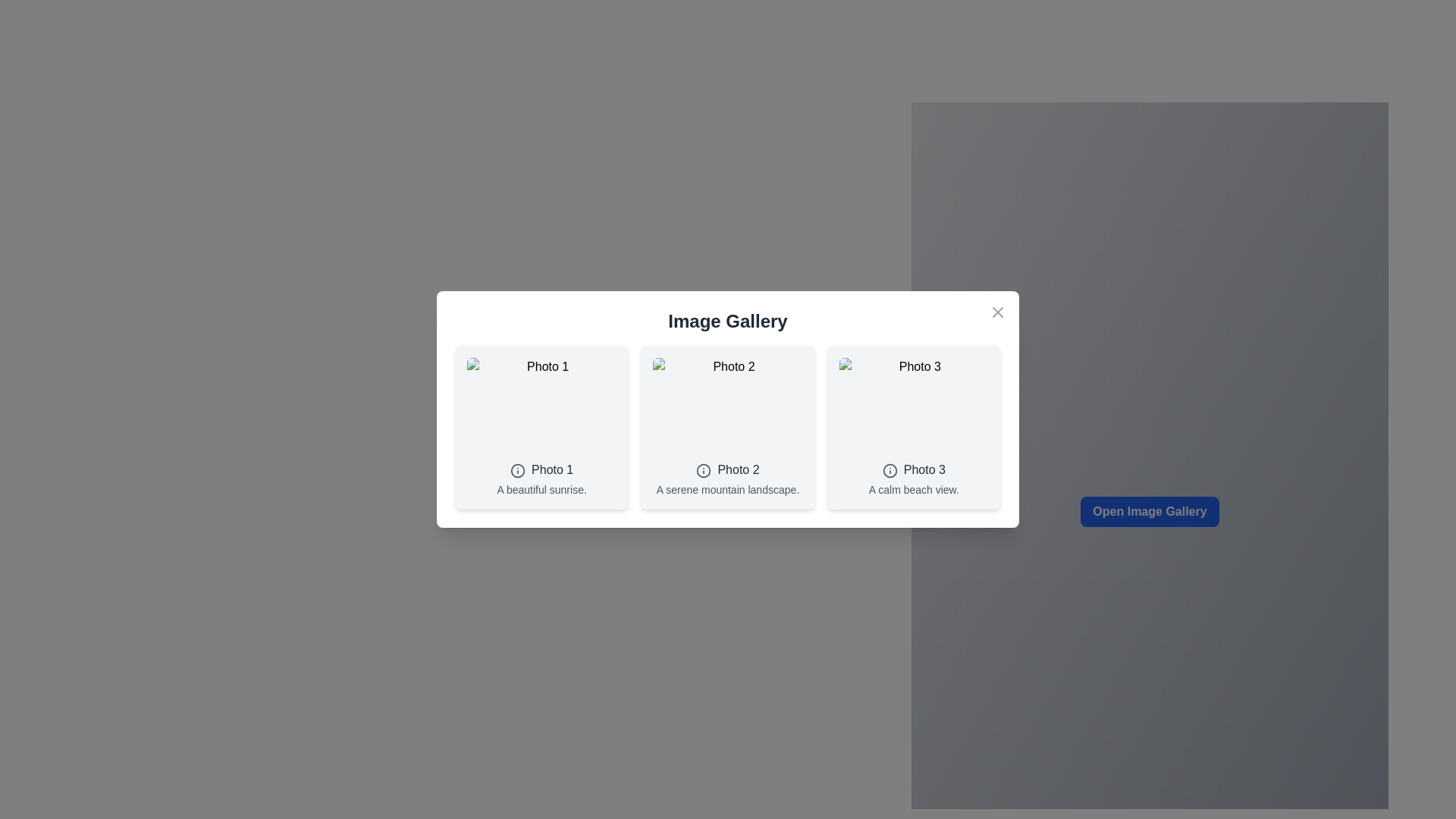 This screenshot has height=819, width=1456. Describe the element at coordinates (728, 409) in the screenshot. I see `a photo element within the centered modal popup card titled 'Image Gallery' that contains three photo cards` at that location.